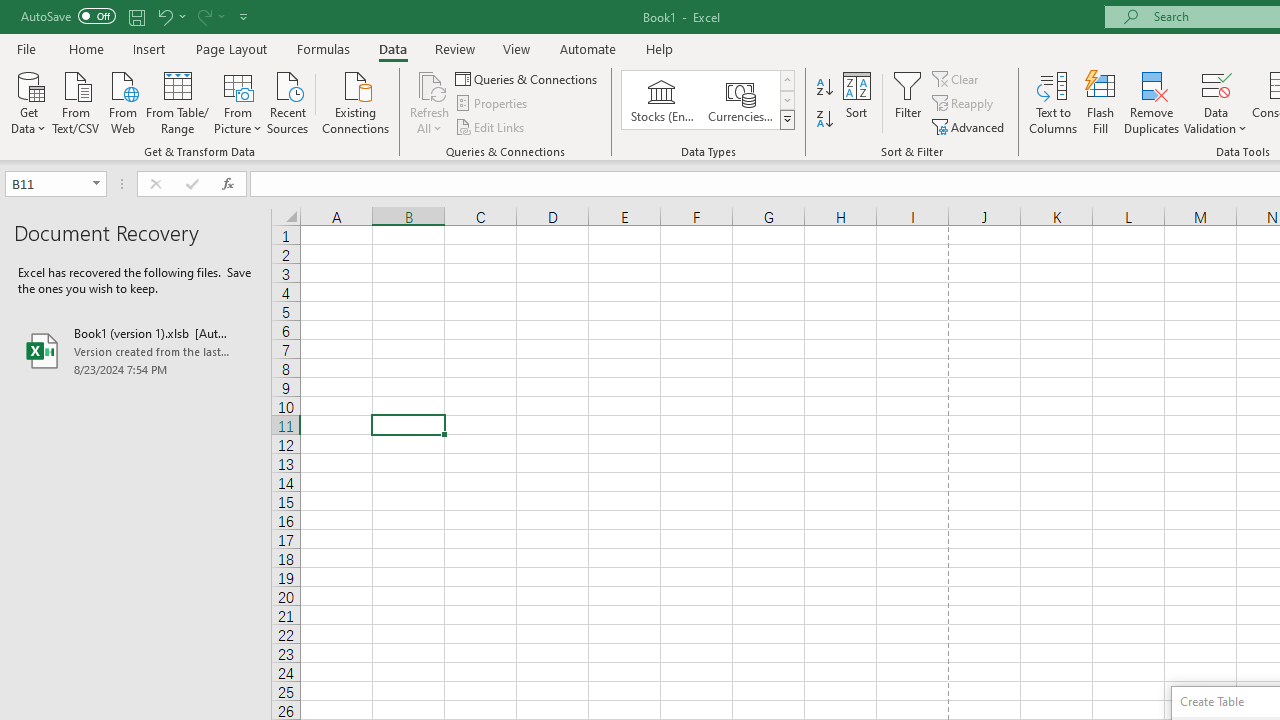 This screenshot has width=1280, height=720. Describe the element at coordinates (786, 119) in the screenshot. I see `'Class: NetUIImage'` at that location.